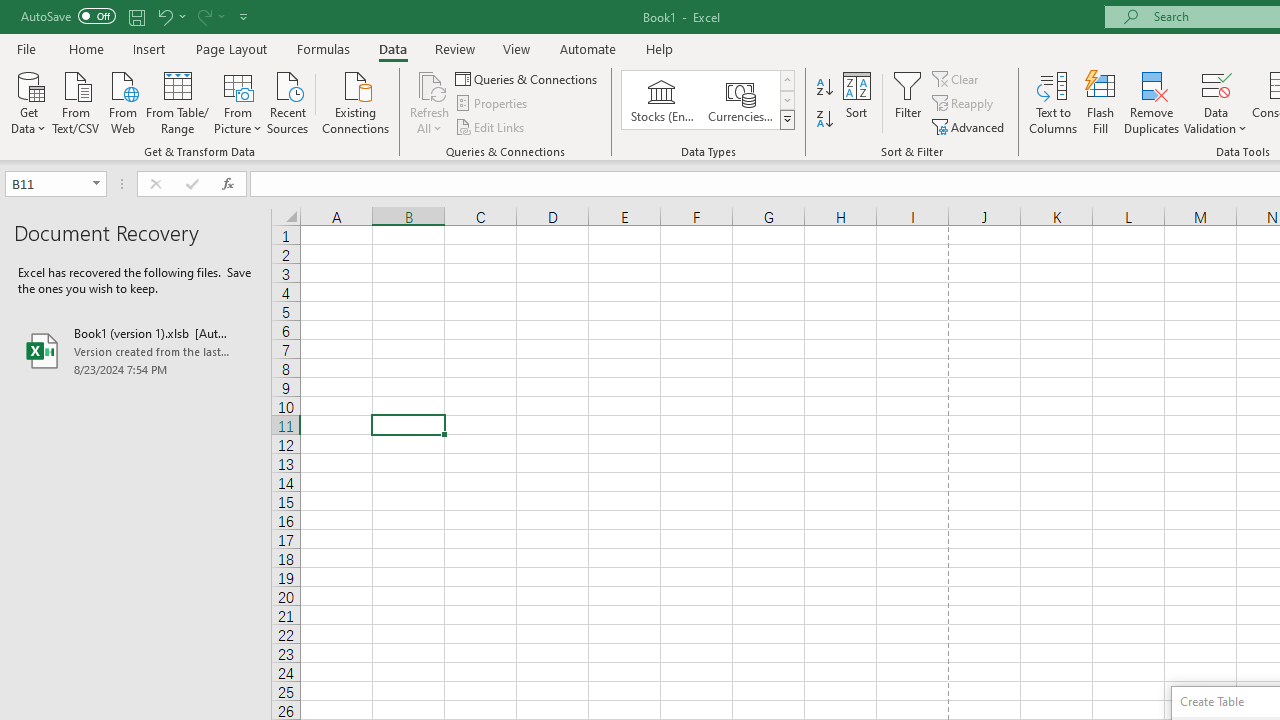 This screenshot has width=1280, height=720. Describe the element at coordinates (786, 119) in the screenshot. I see `'Class: NetUIImage'` at that location.